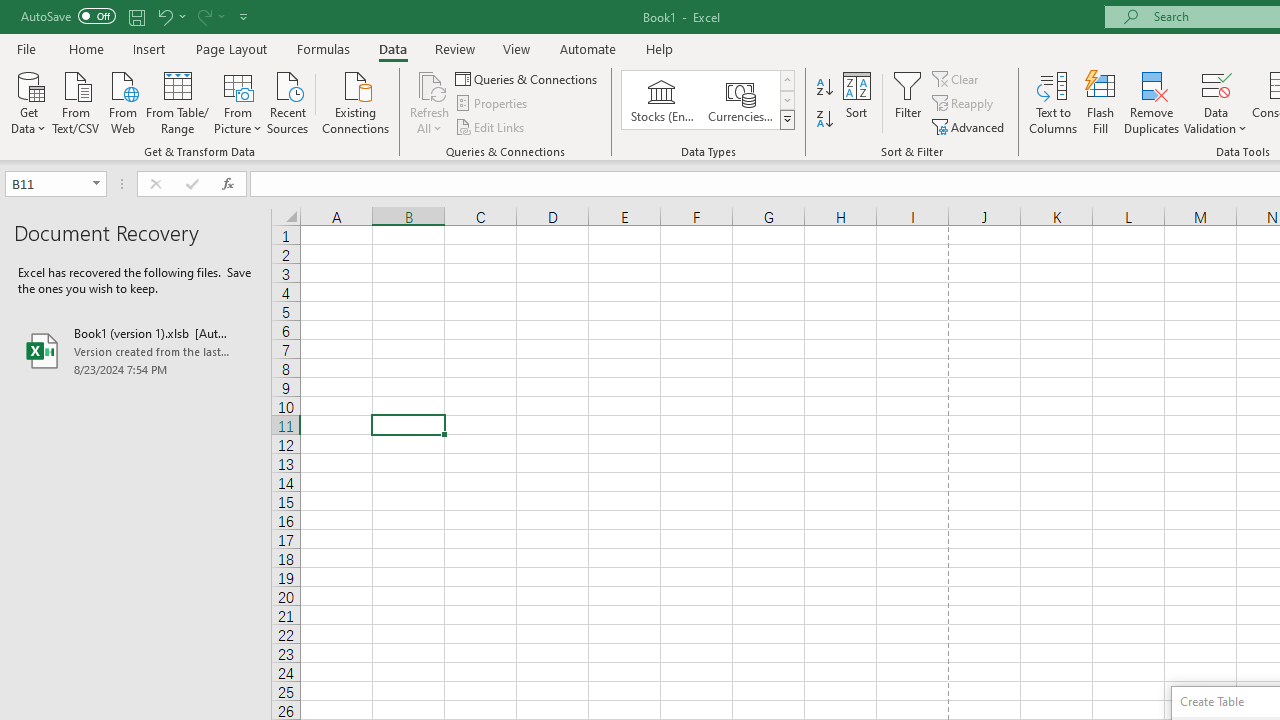 This screenshot has width=1280, height=720. Describe the element at coordinates (786, 119) in the screenshot. I see `'Class: NetUIImage'` at that location.